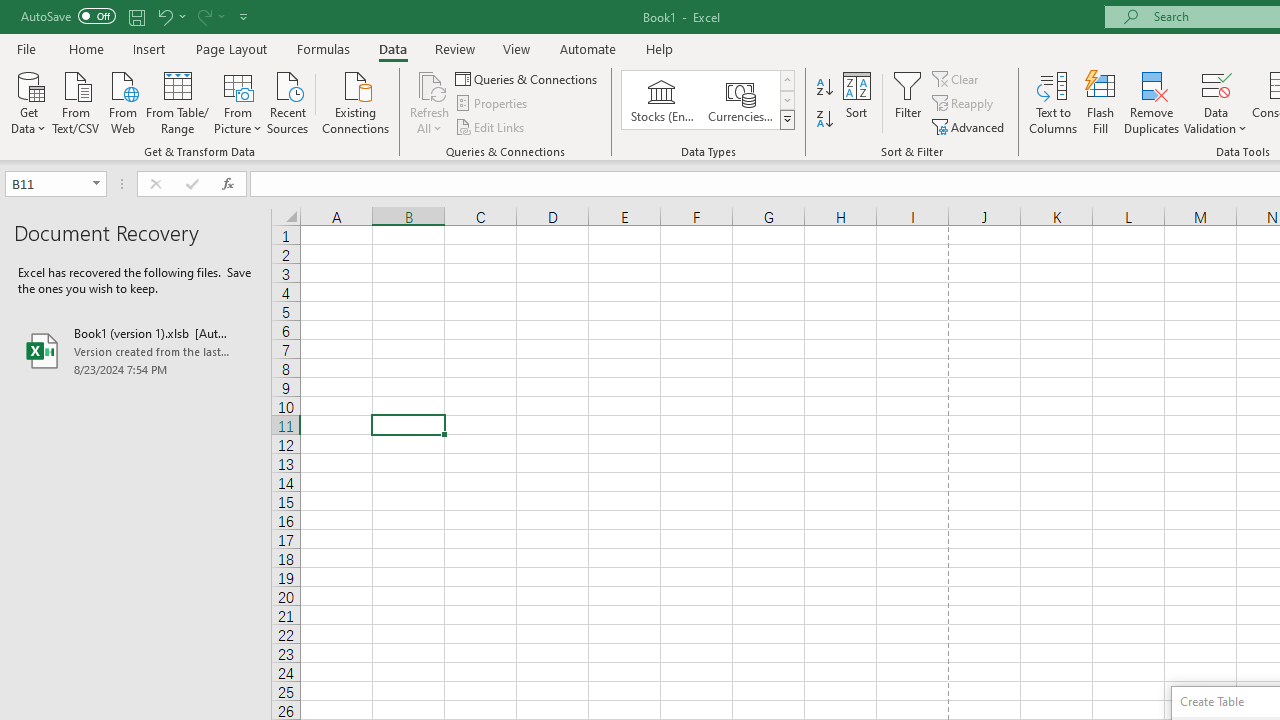 This screenshot has width=1280, height=720. Describe the element at coordinates (786, 119) in the screenshot. I see `'Class: NetUIImage'` at that location.